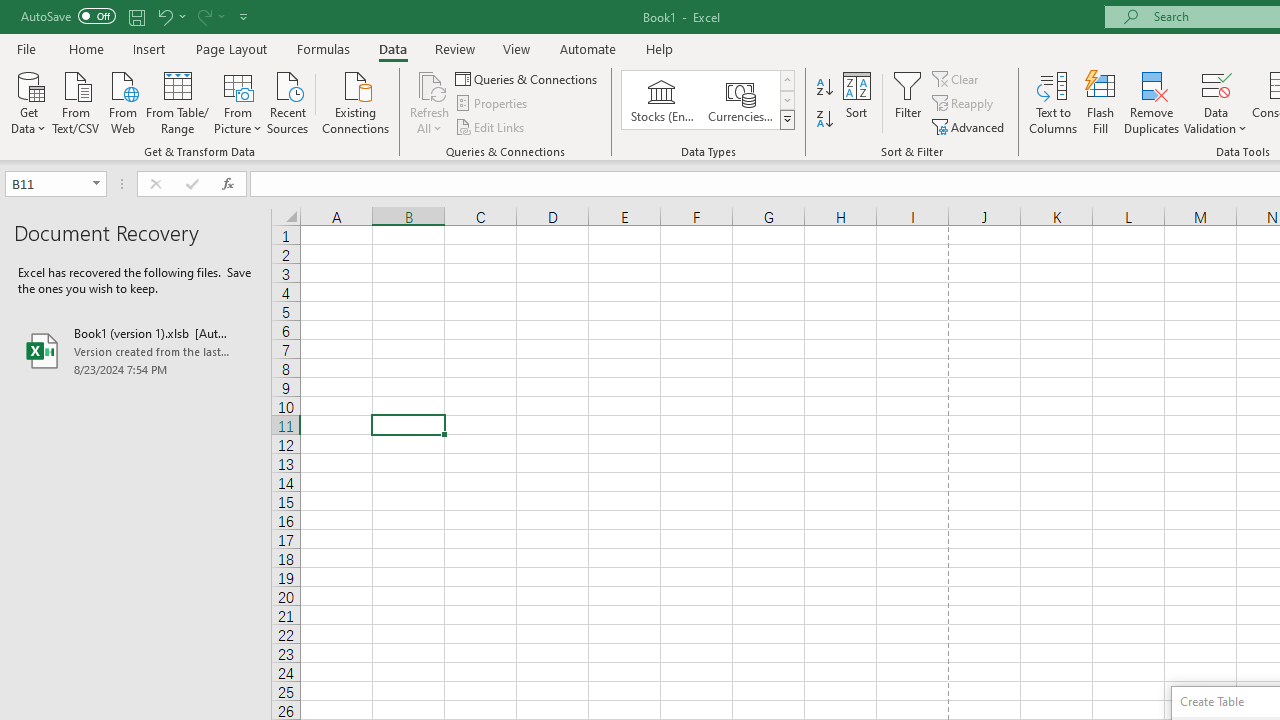 This screenshot has width=1280, height=720. Describe the element at coordinates (786, 119) in the screenshot. I see `'Class: NetUIImage'` at that location.